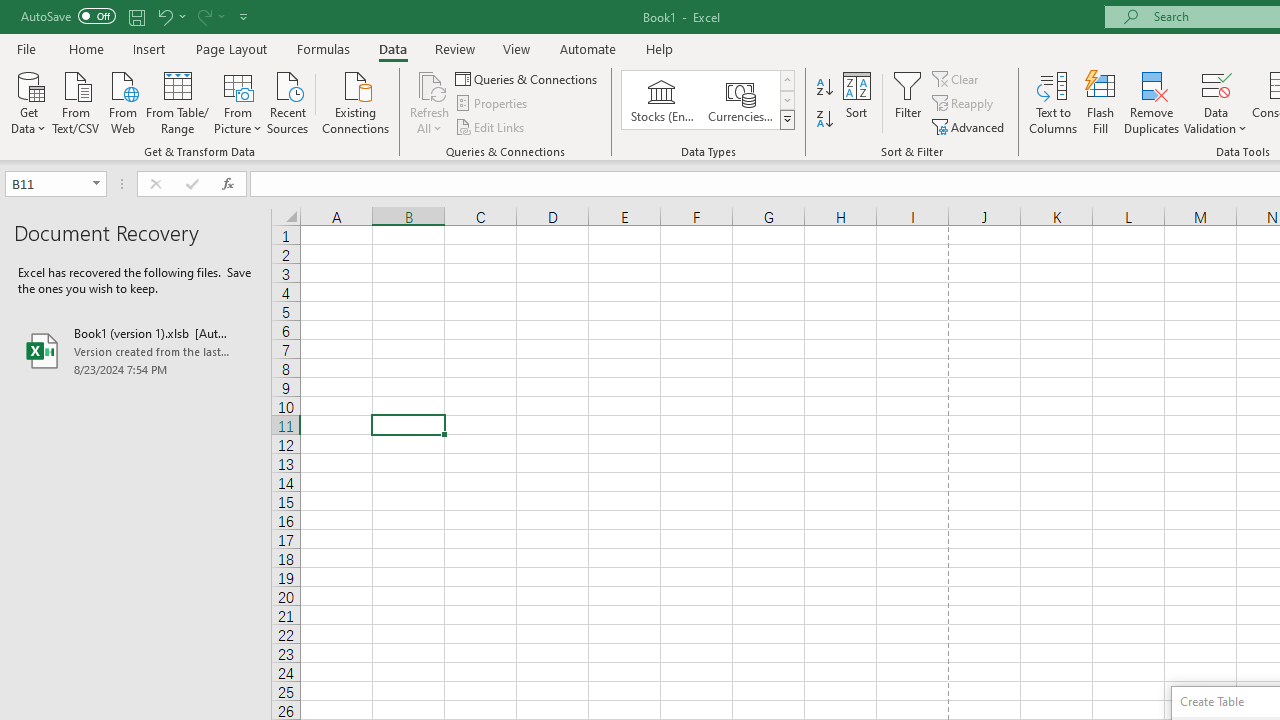 This screenshot has width=1280, height=720. Describe the element at coordinates (786, 119) in the screenshot. I see `'Class: NetUIImage'` at that location.